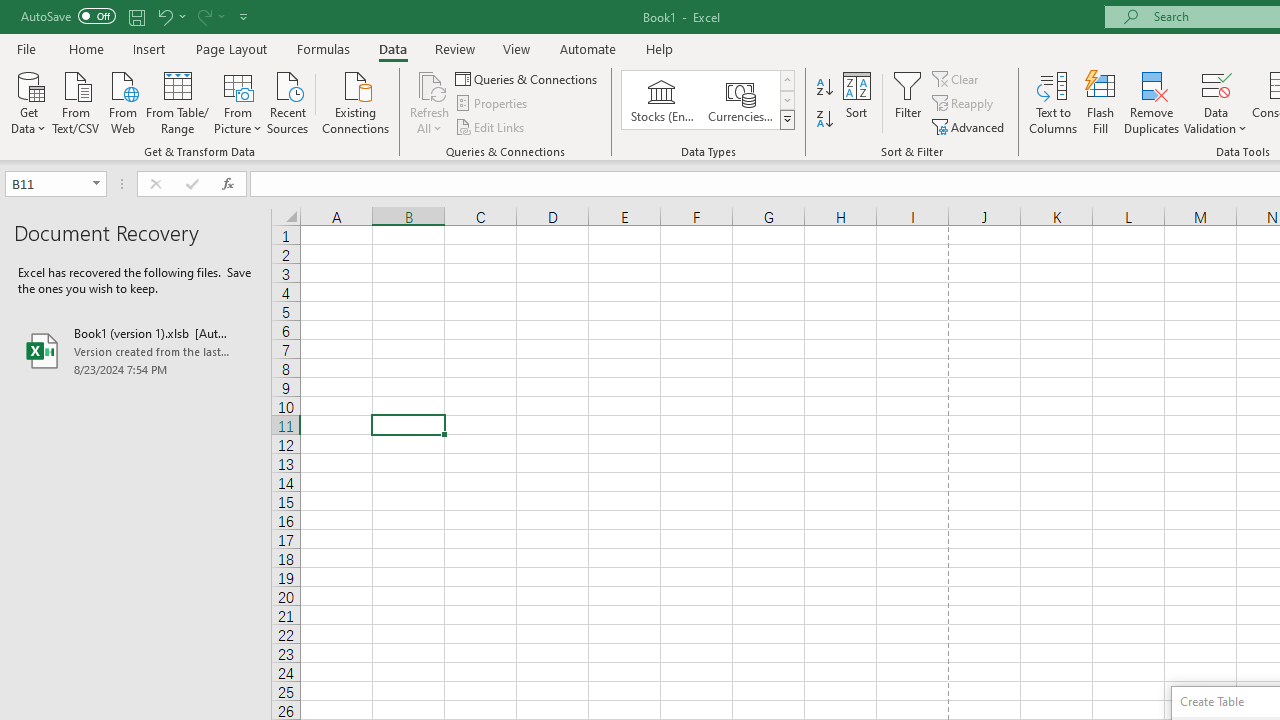 This screenshot has width=1280, height=720. Describe the element at coordinates (786, 119) in the screenshot. I see `'Class: NetUIImage'` at that location.